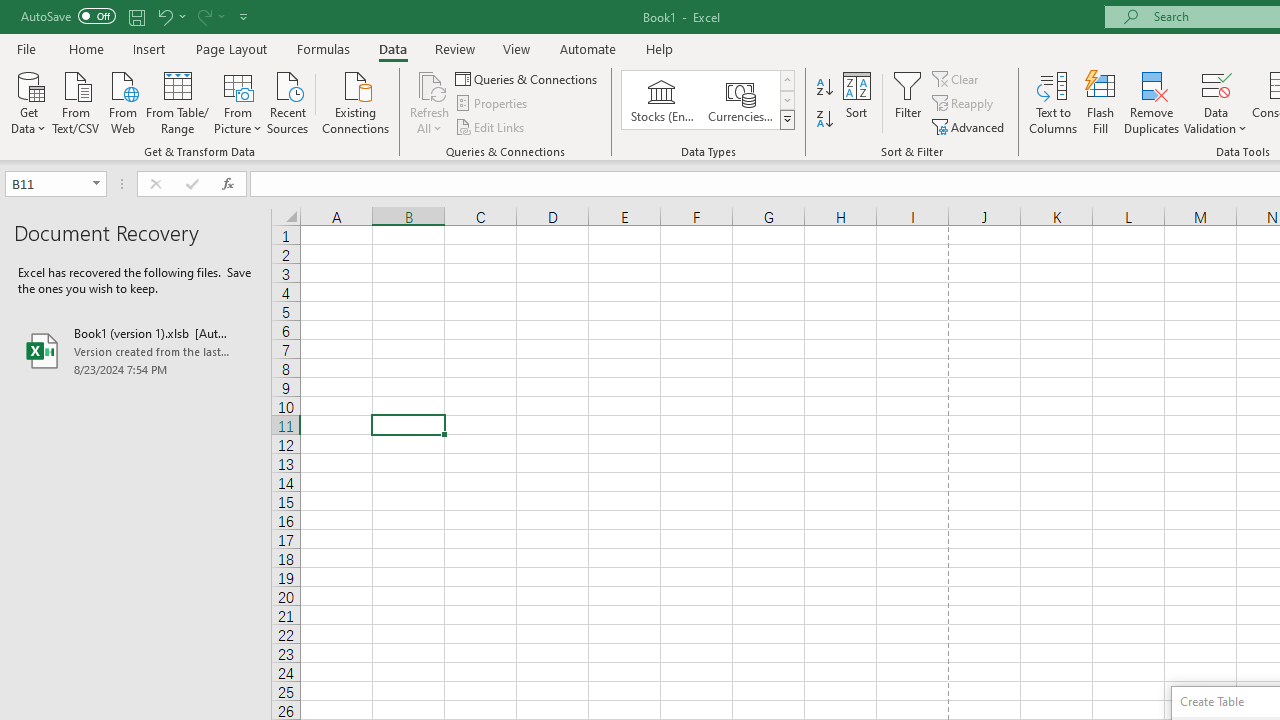 This screenshot has width=1280, height=720. Describe the element at coordinates (786, 119) in the screenshot. I see `'Class: NetUIImage'` at that location.